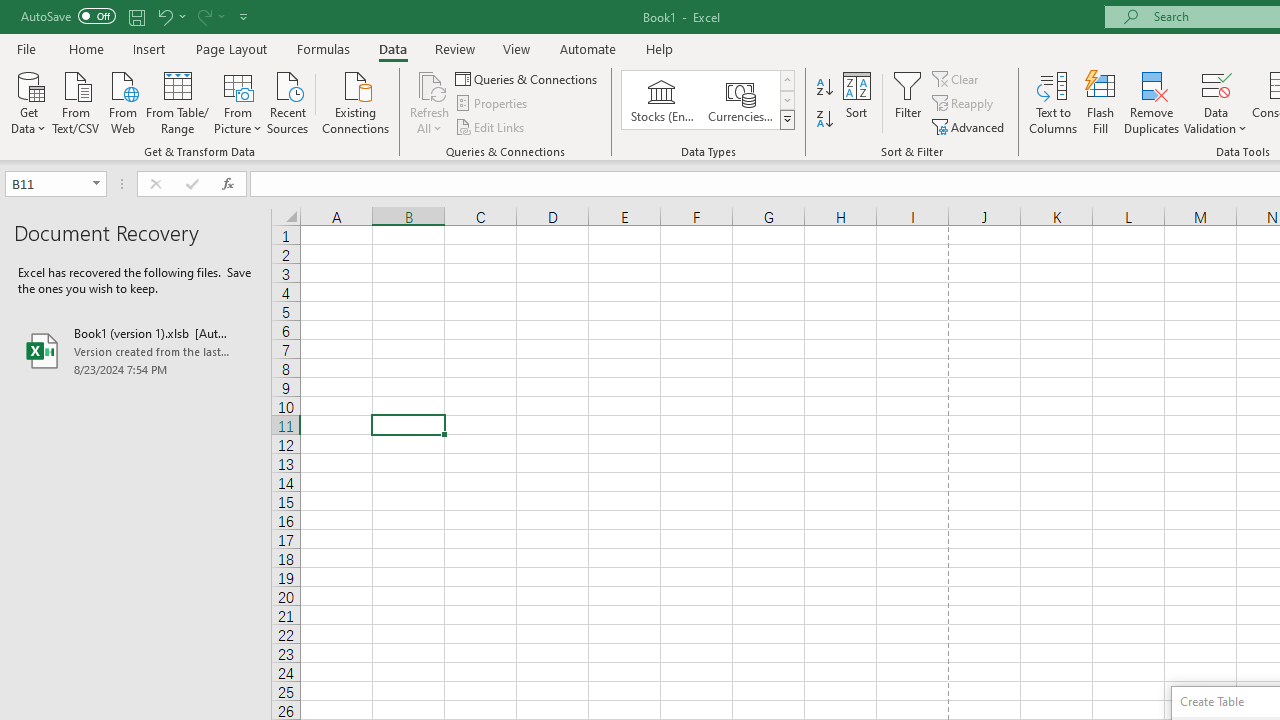 This screenshot has width=1280, height=720. Describe the element at coordinates (786, 119) in the screenshot. I see `'Class: NetUIImage'` at that location.